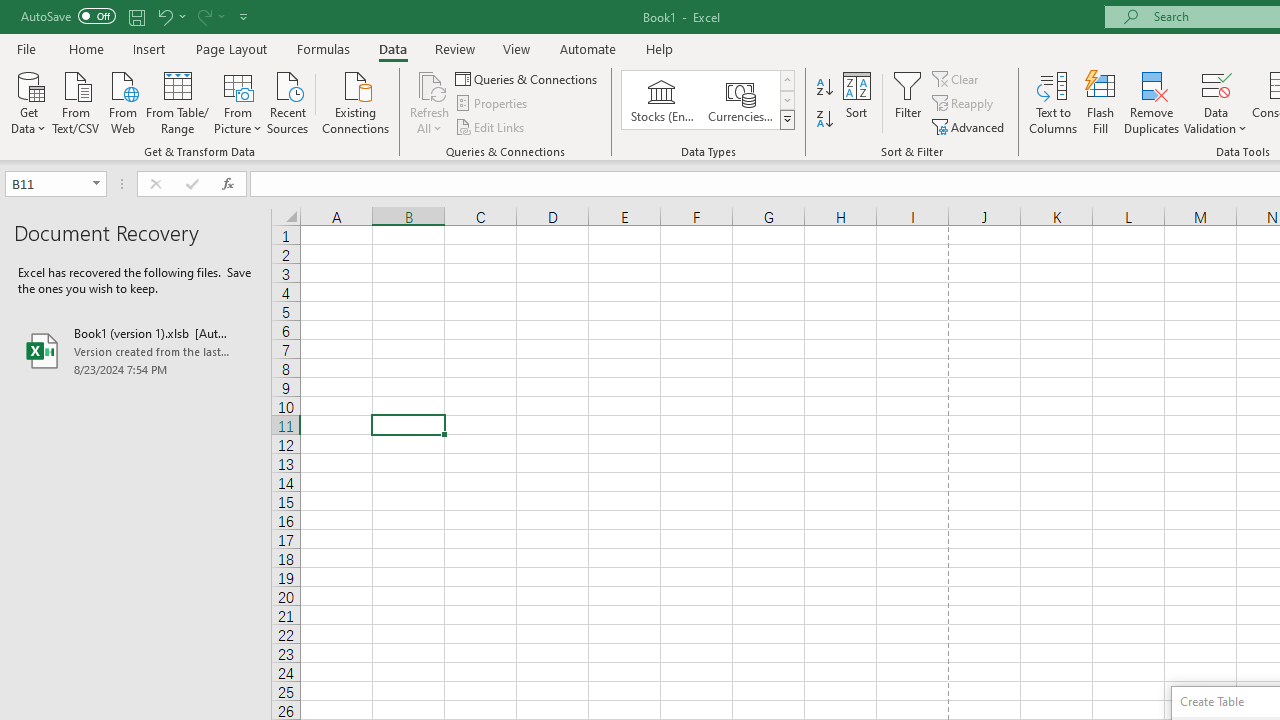 This screenshot has width=1280, height=720. Describe the element at coordinates (786, 119) in the screenshot. I see `'Class: NetUIImage'` at that location.